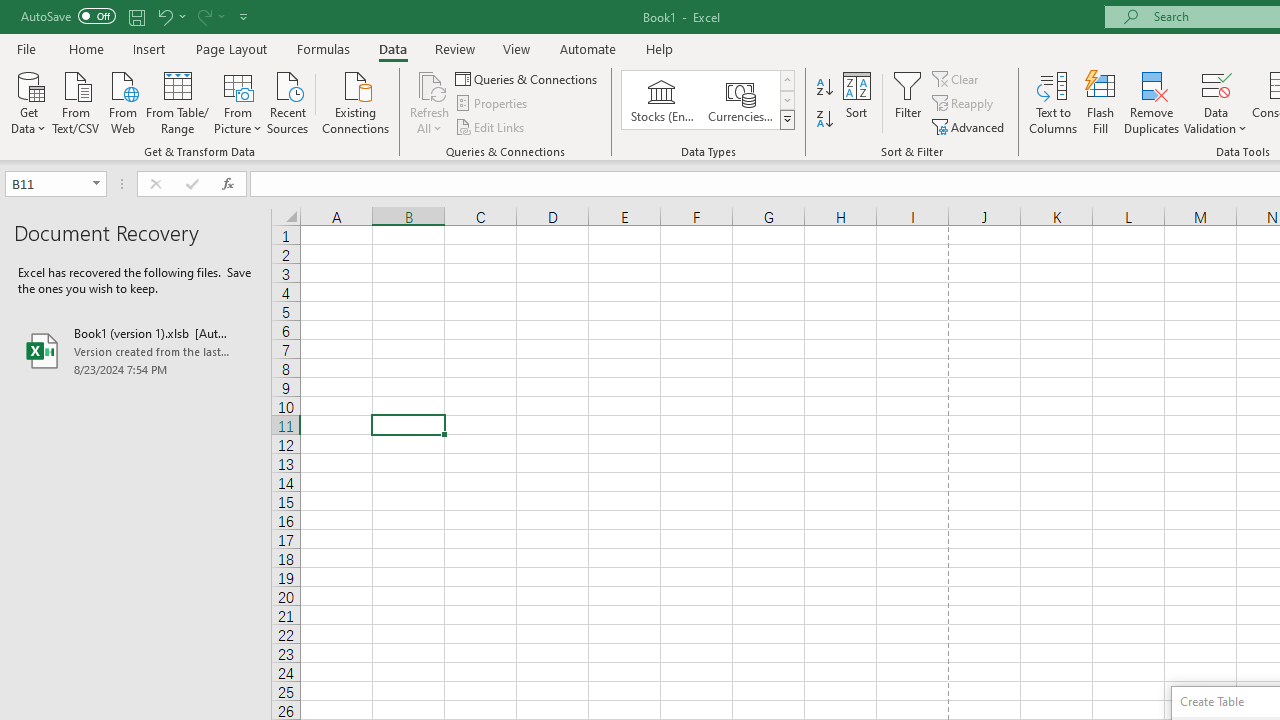 This screenshot has width=1280, height=720. Describe the element at coordinates (786, 119) in the screenshot. I see `'Class: NetUIImage'` at that location.